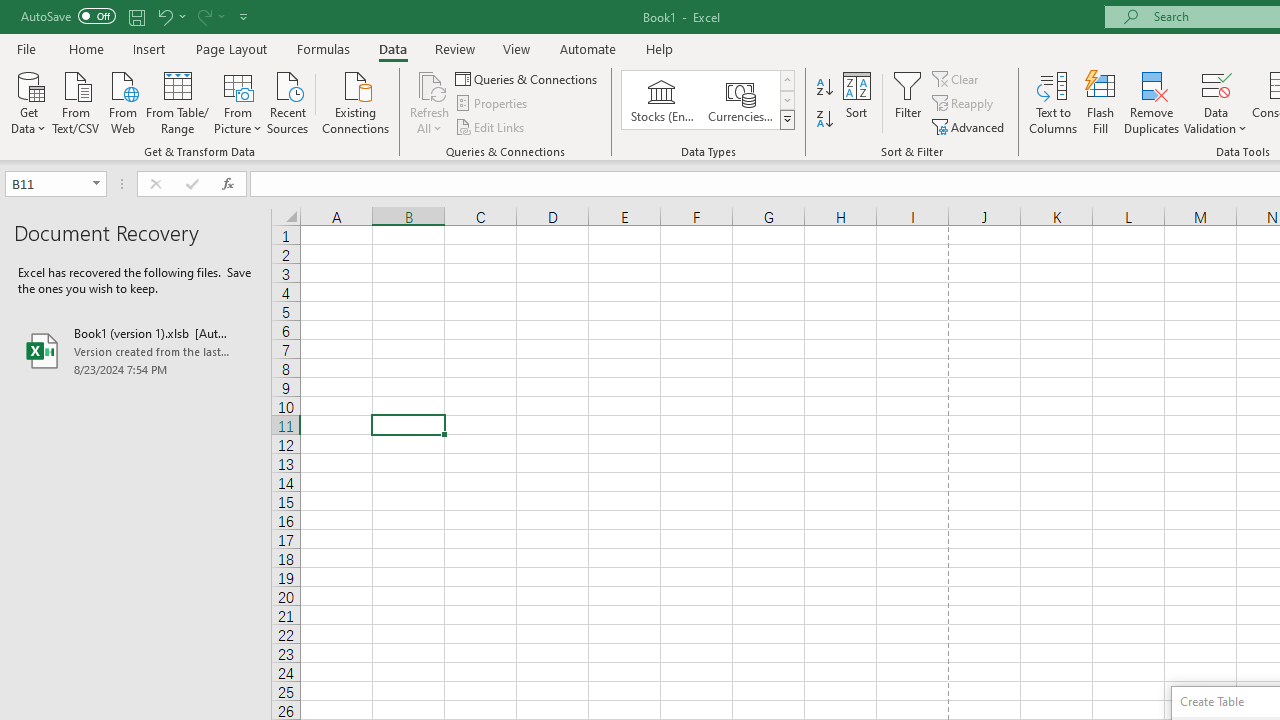 This screenshot has width=1280, height=720. Describe the element at coordinates (786, 119) in the screenshot. I see `'Class: NetUIImage'` at that location.